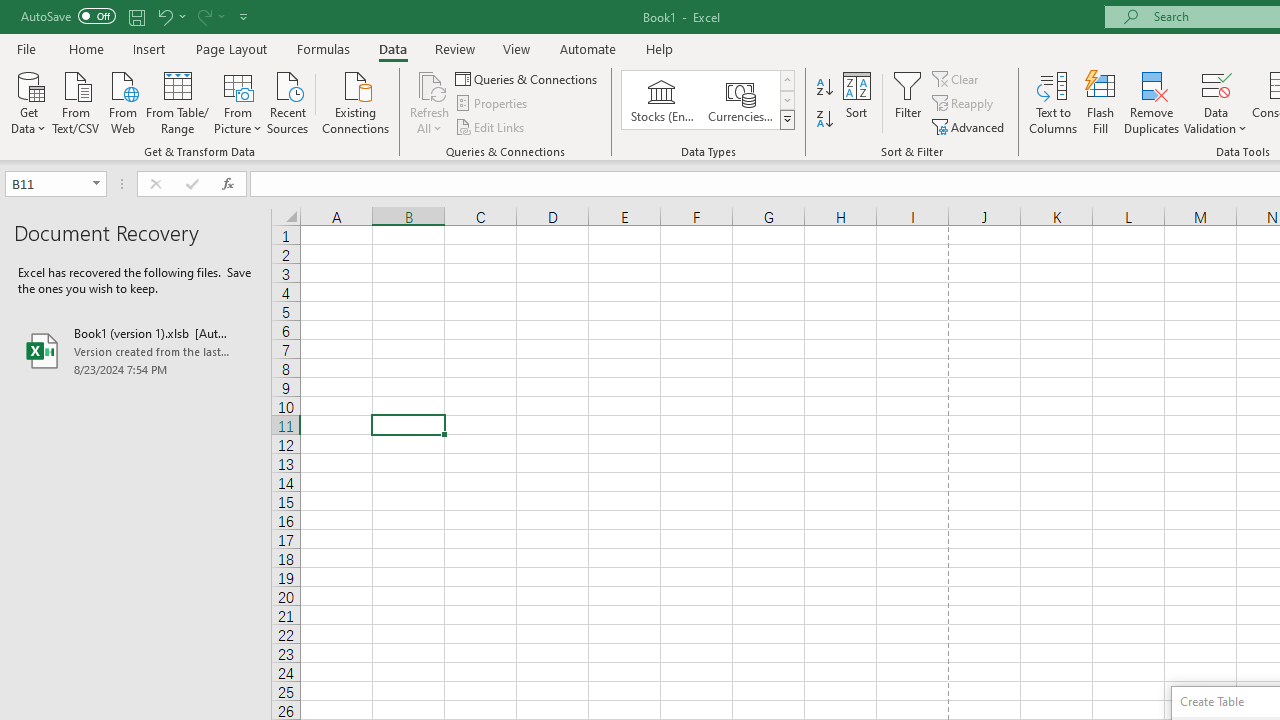 This screenshot has width=1280, height=720. Describe the element at coordinates (786, 119) in the screenshot. I see `'Class: NetUIImage'` at that location.